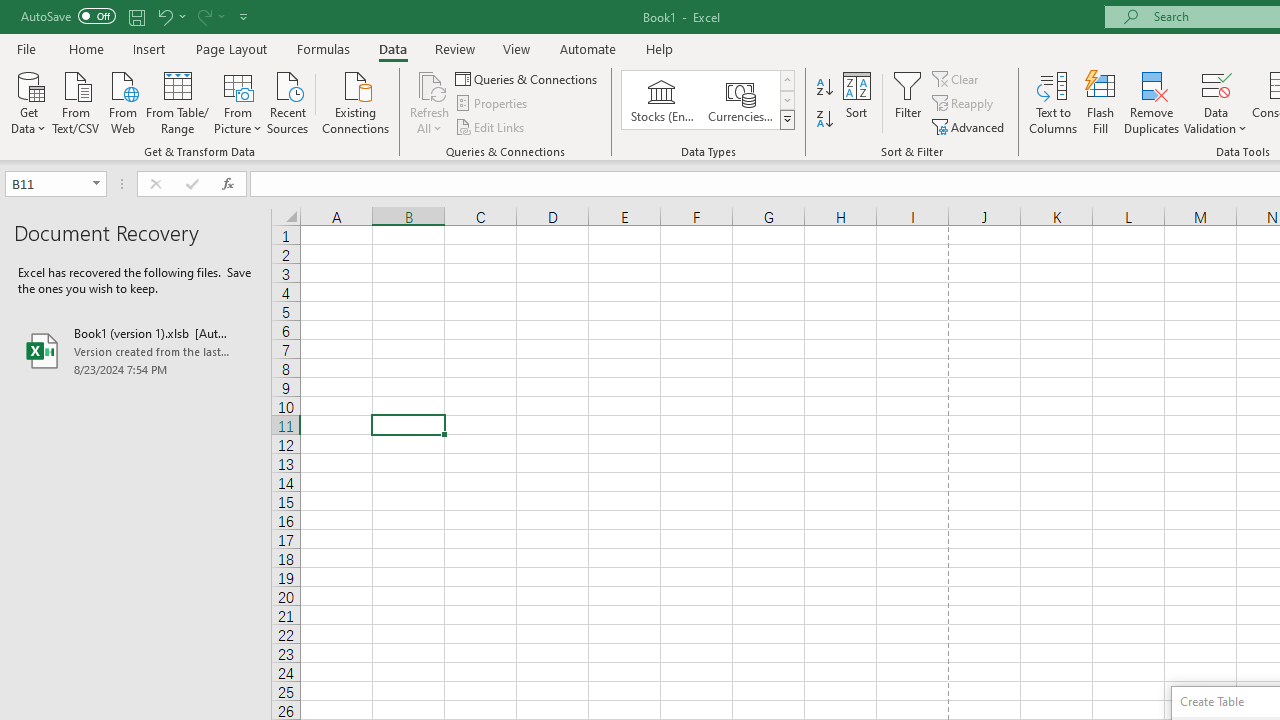 This screenshot has width=1280, height=720. Describe the element at coordinates (786, 119) in the screenshot. I see `'Class: NetUIImage'` at that location.